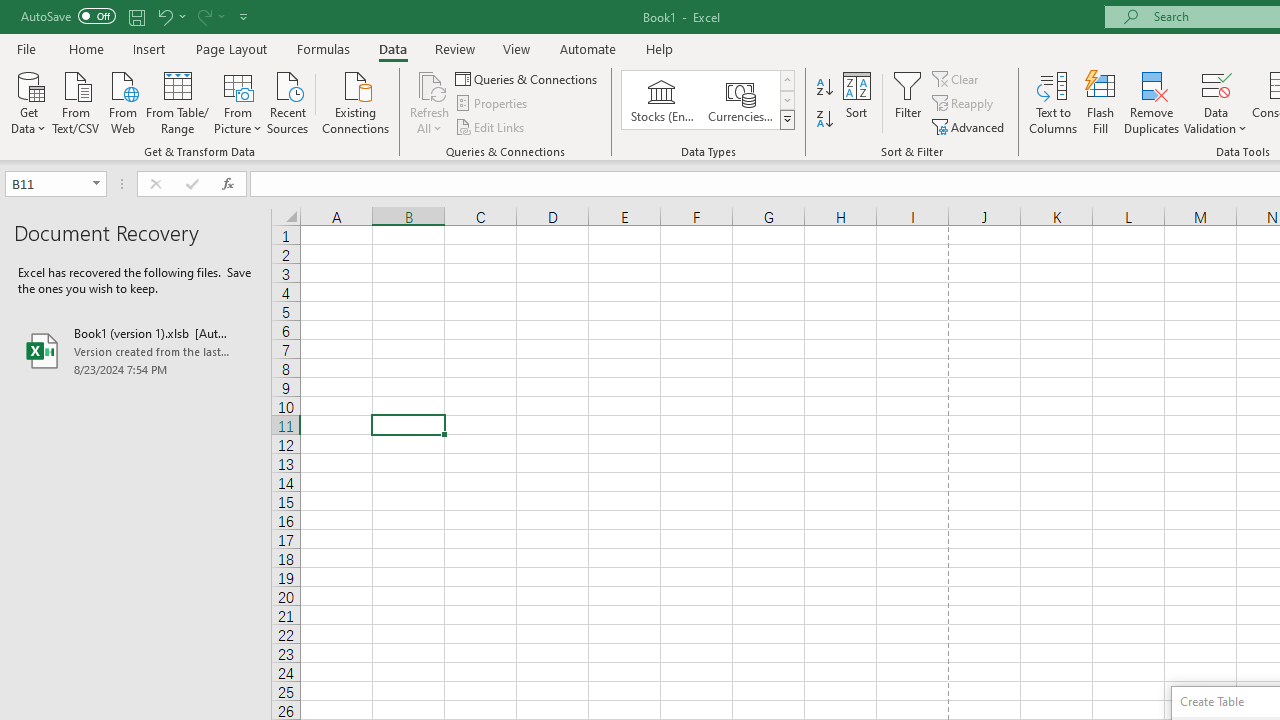 This screenshot has width=1280, height=720. Describe the element at coordinates (786, 119) in the screenshot. I see `'Class: NetUIImage'` at that location.